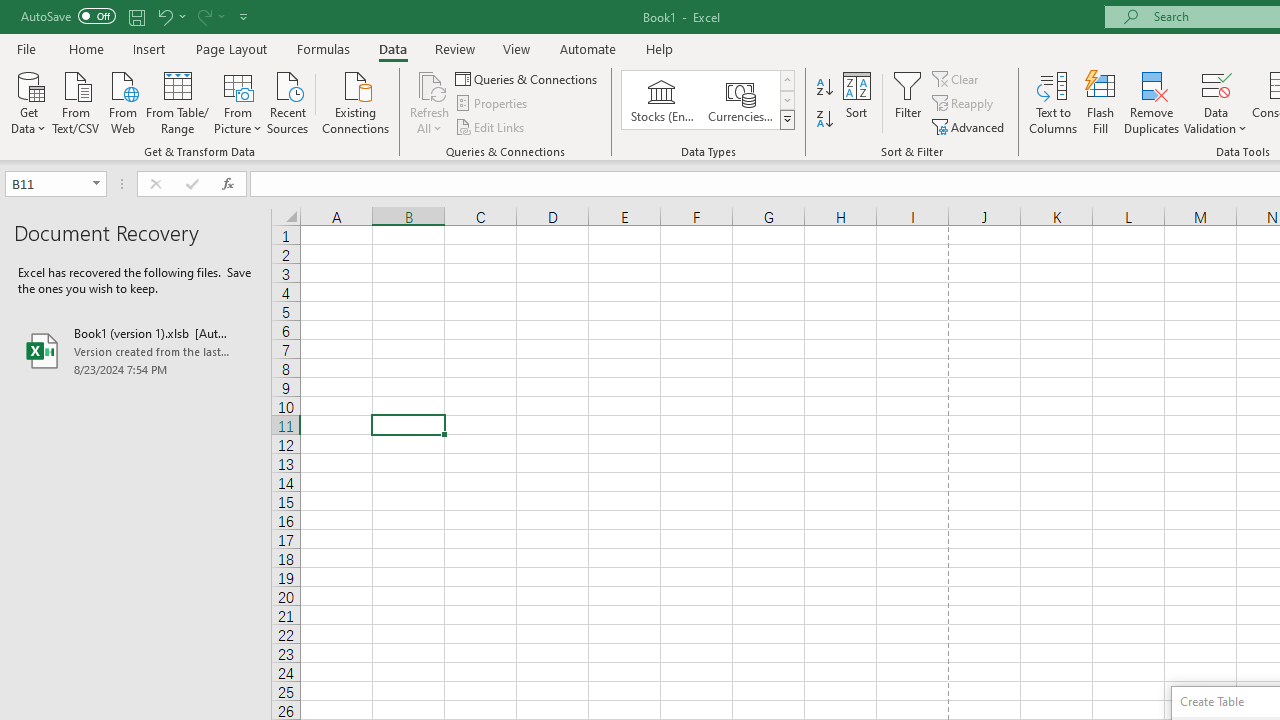 This screenshot has width=1280, height=720. Describe the element at coordinates (786, 119) in the screenshot. I see `'Class: NetUIImage'` at that location.